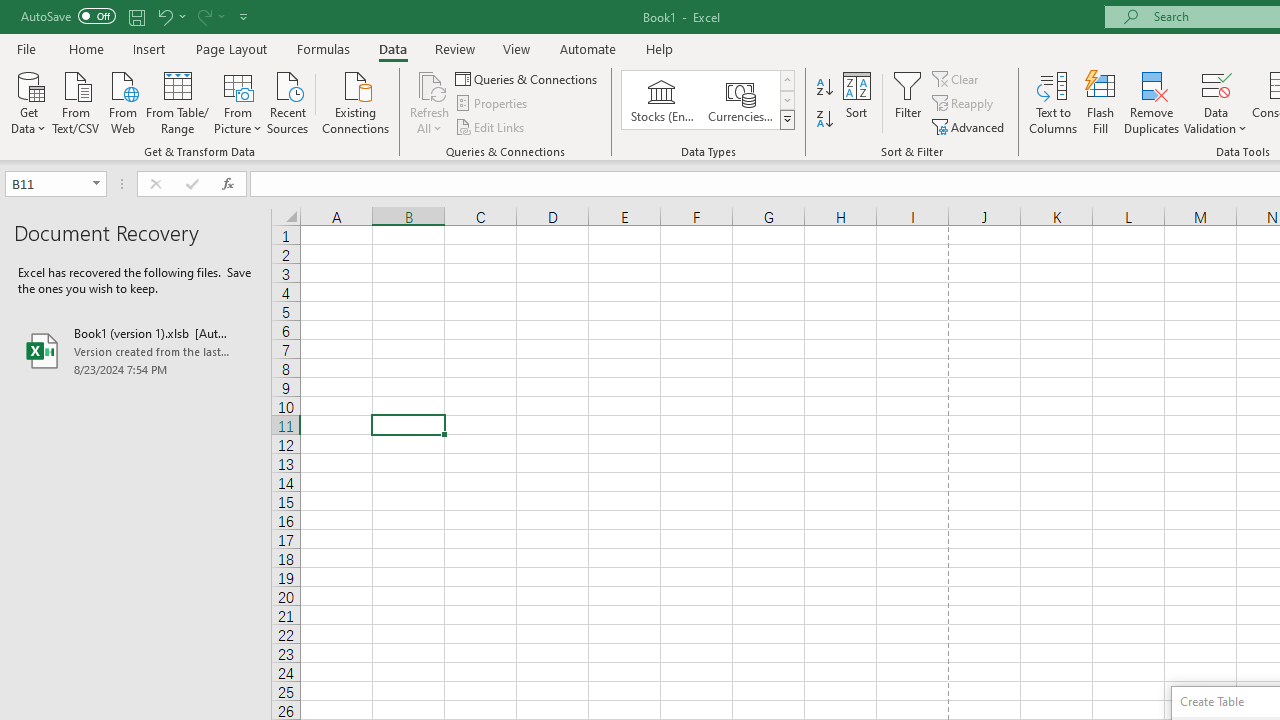 This screenshot has width=1280, height=720. Describe the element at coordinates (786, 119) in the screenshot. I see `'Class: NetUIImage'` at that location.